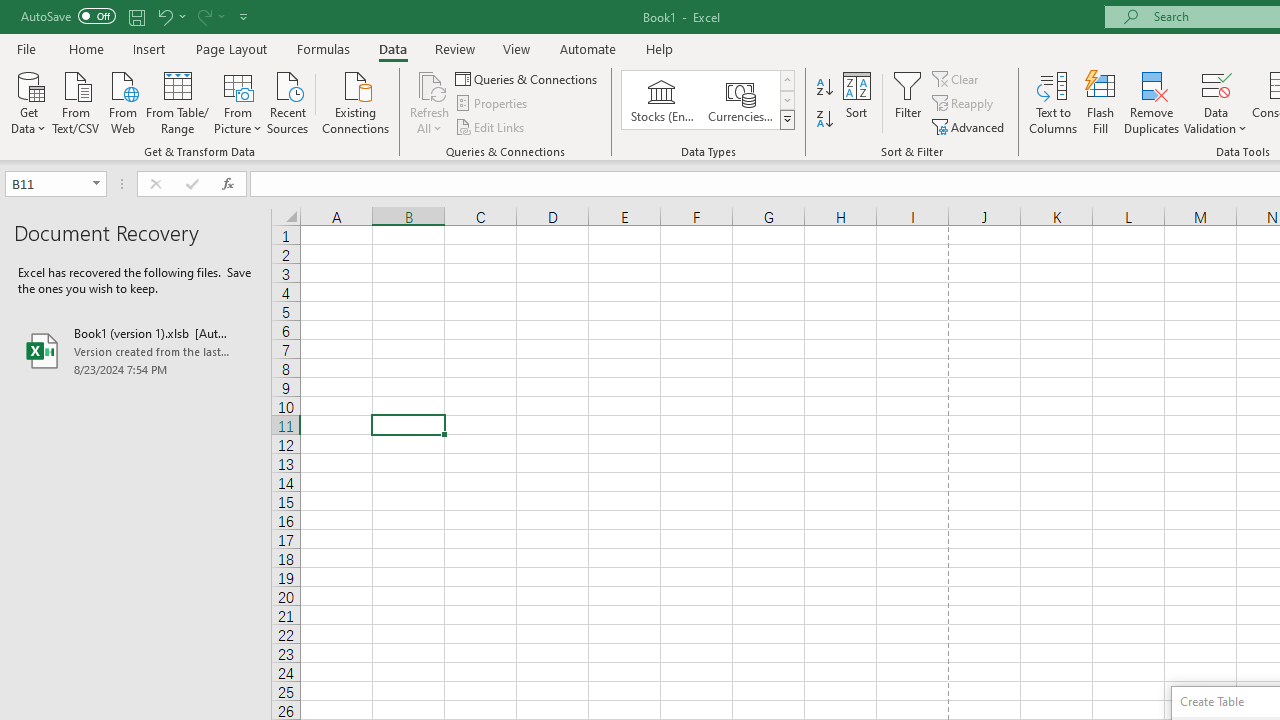 This screenshot has width=1280, height=720. Describe the element at coordinates (786, 119) in the screenshot. I see `'Class: NetUIImage'` at that location.